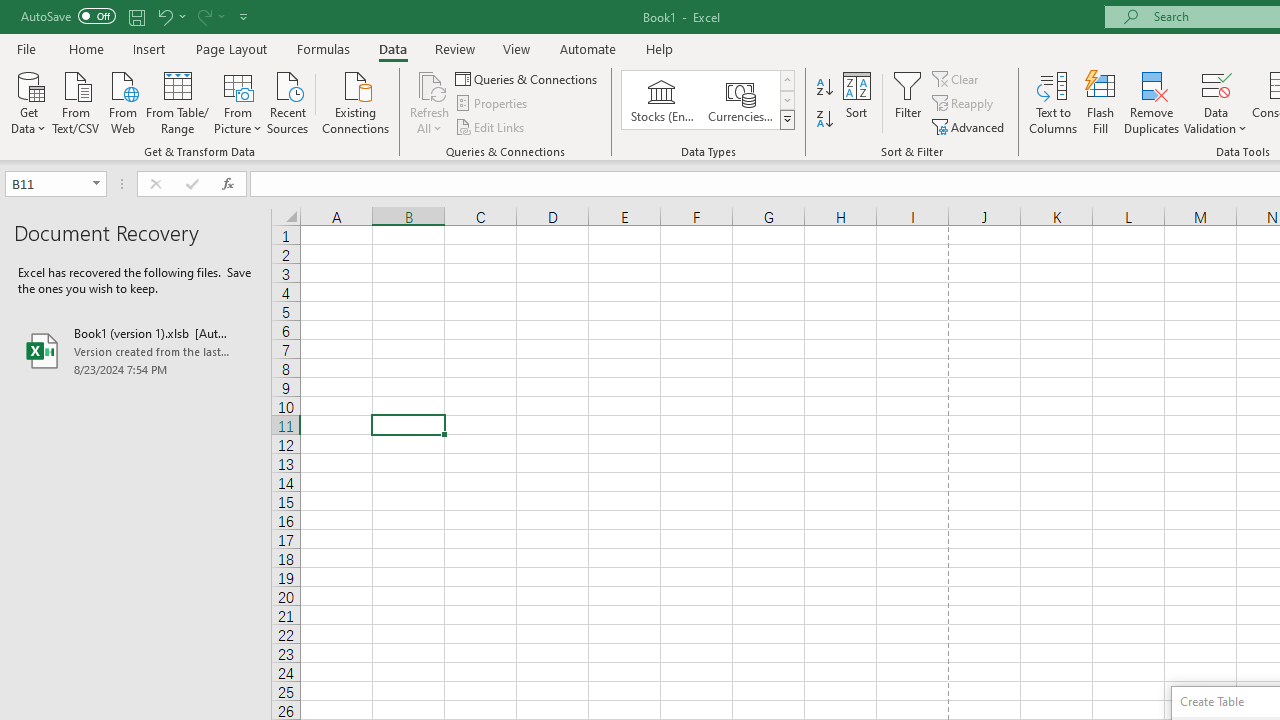 This screenshot has width=1280, height=720. Describe the element at coordinates (786, 119) in the screenshot. I see `'Class: NetUIImage'` at that location.